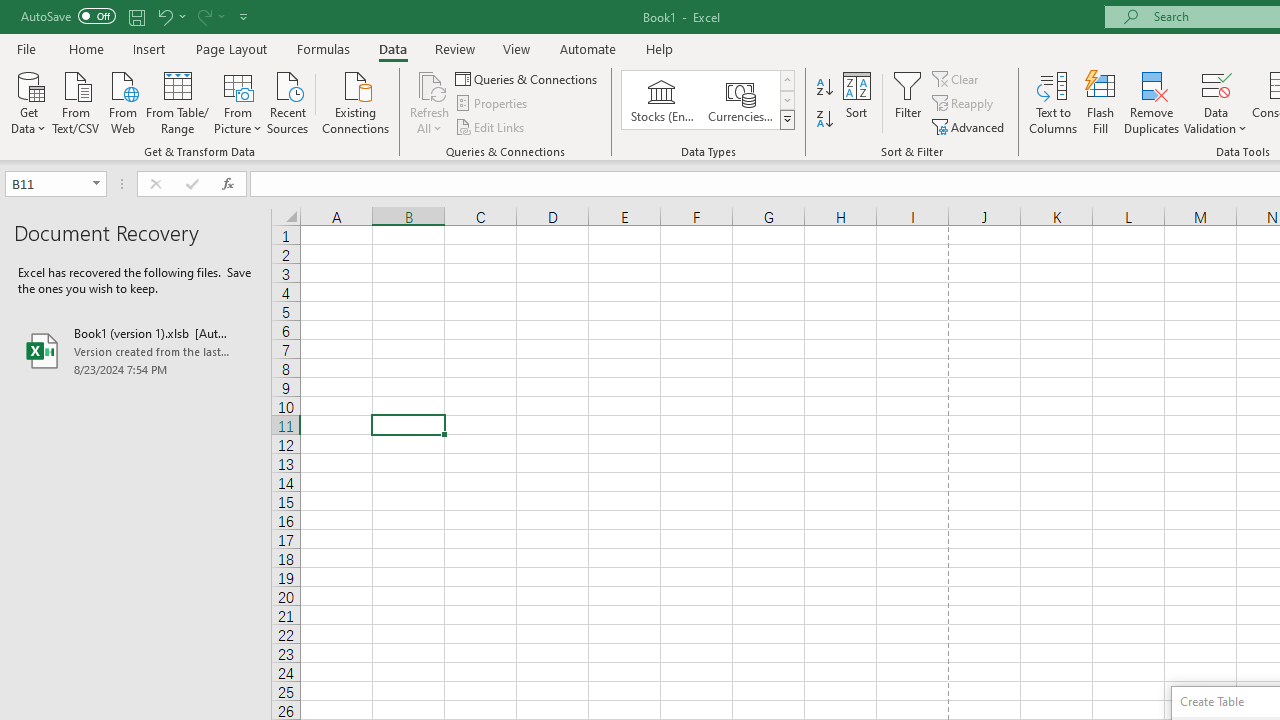 This screenshot has width=1280, height=720. Describe the element at coordinates (786, 119) in the screenshot. I see `'Class: NetUIImage'` at that location.